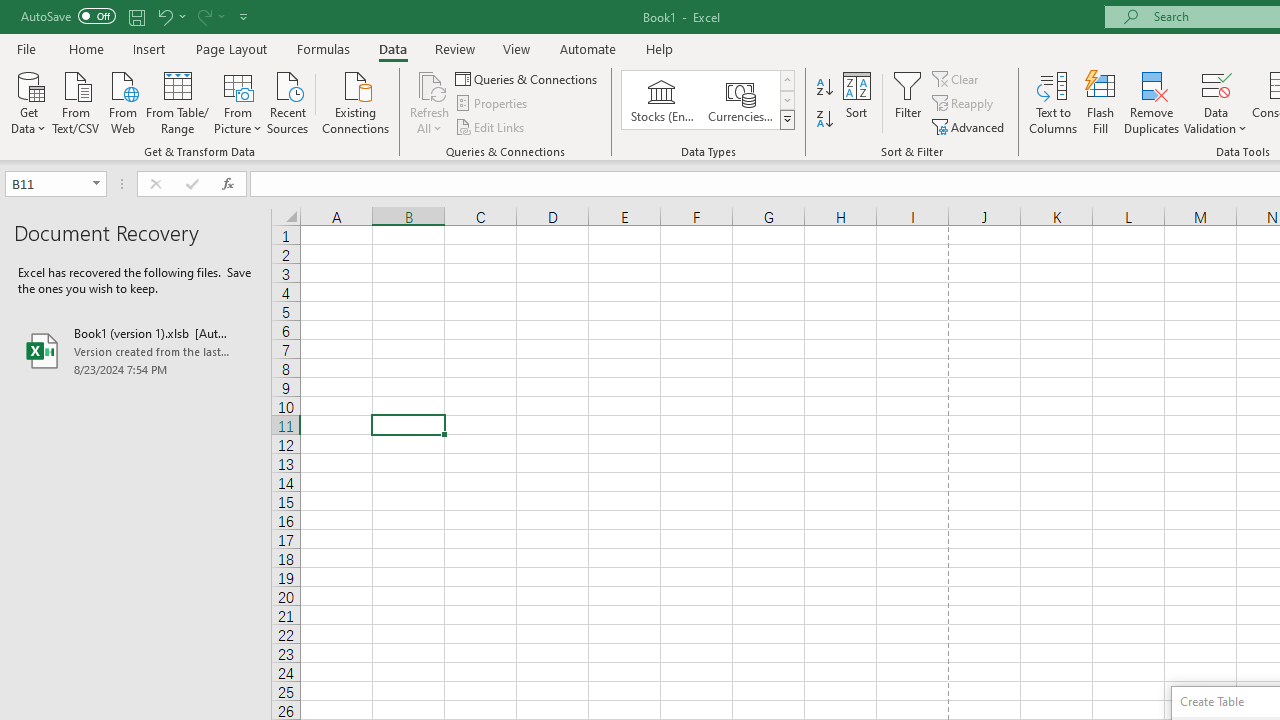 This screenshot has width=1280, height=720. Describe the element at coordinates (786, 119) in the screenshot. I see `'Class: NetUIImage'` at that location.